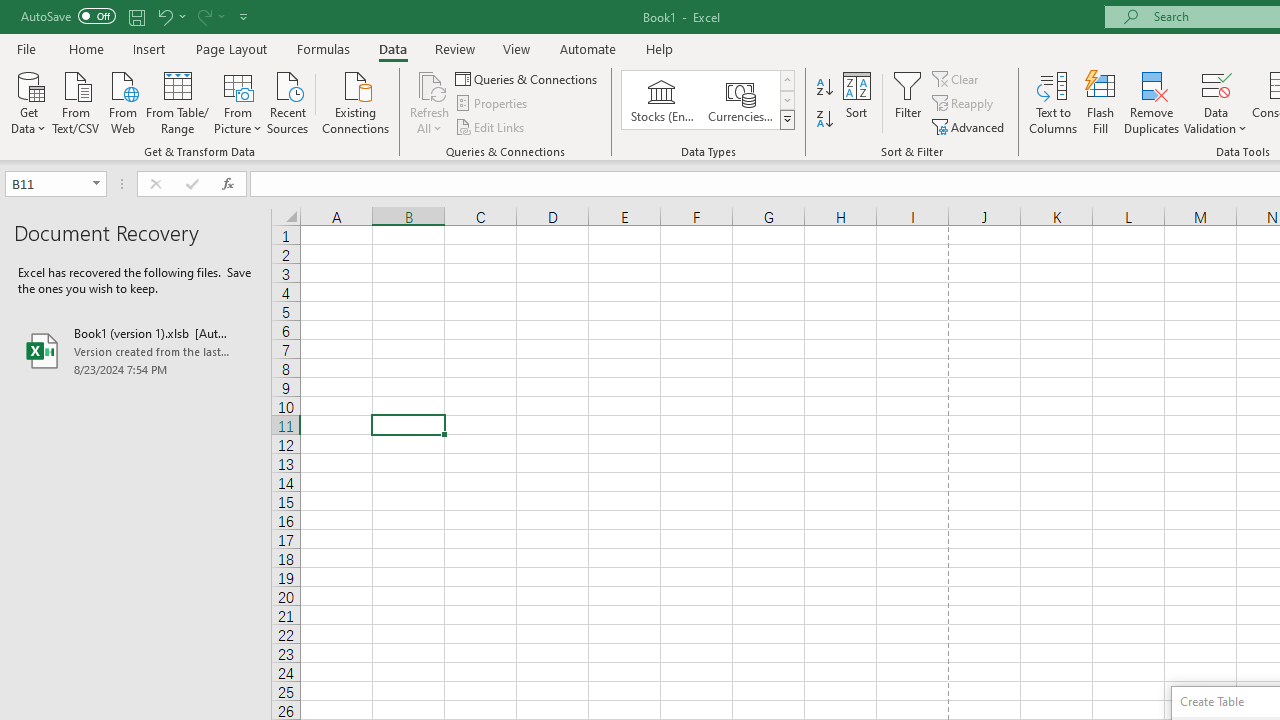 This screenshot has width=1280, height=720. Describe the element at coordinates (786, 119) in the screenshot. I see `'Class: NetUIImage'` at that location.